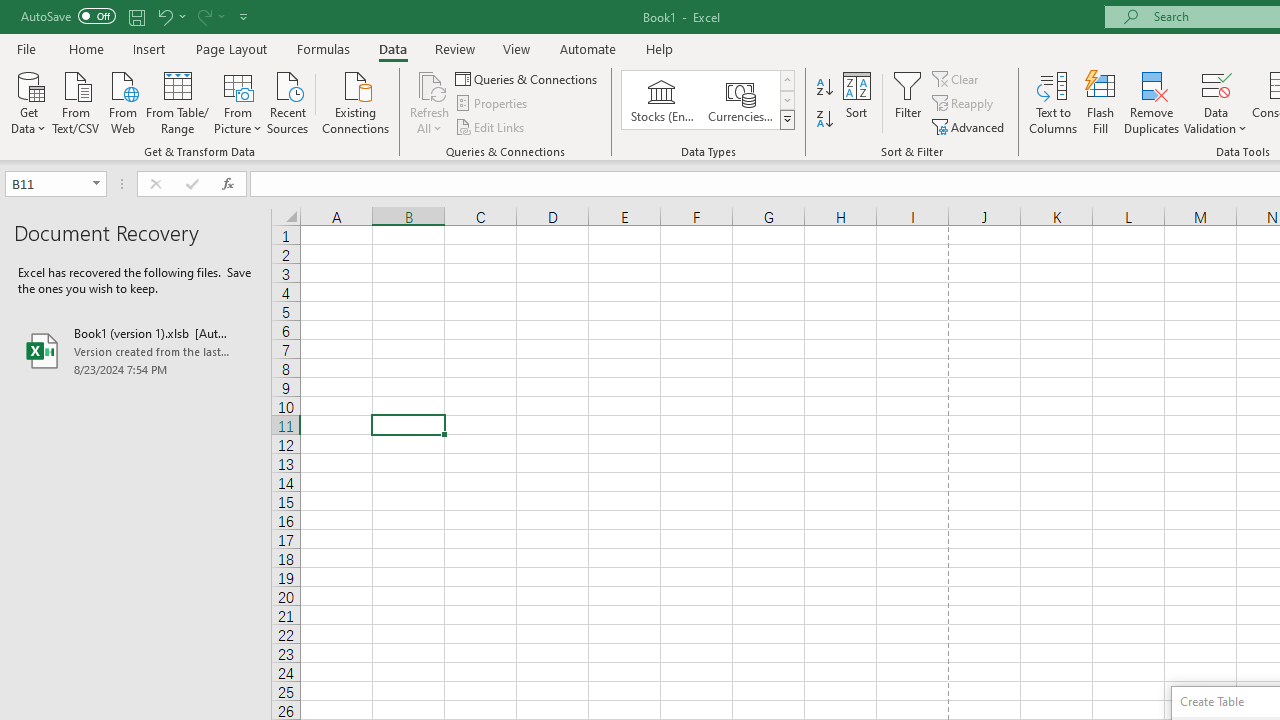 This screenshot has width=1280, height=720. Describe the element at coordinates (786, 119) in the screenshot. I see `'Class: NetUIImage'` at that location.